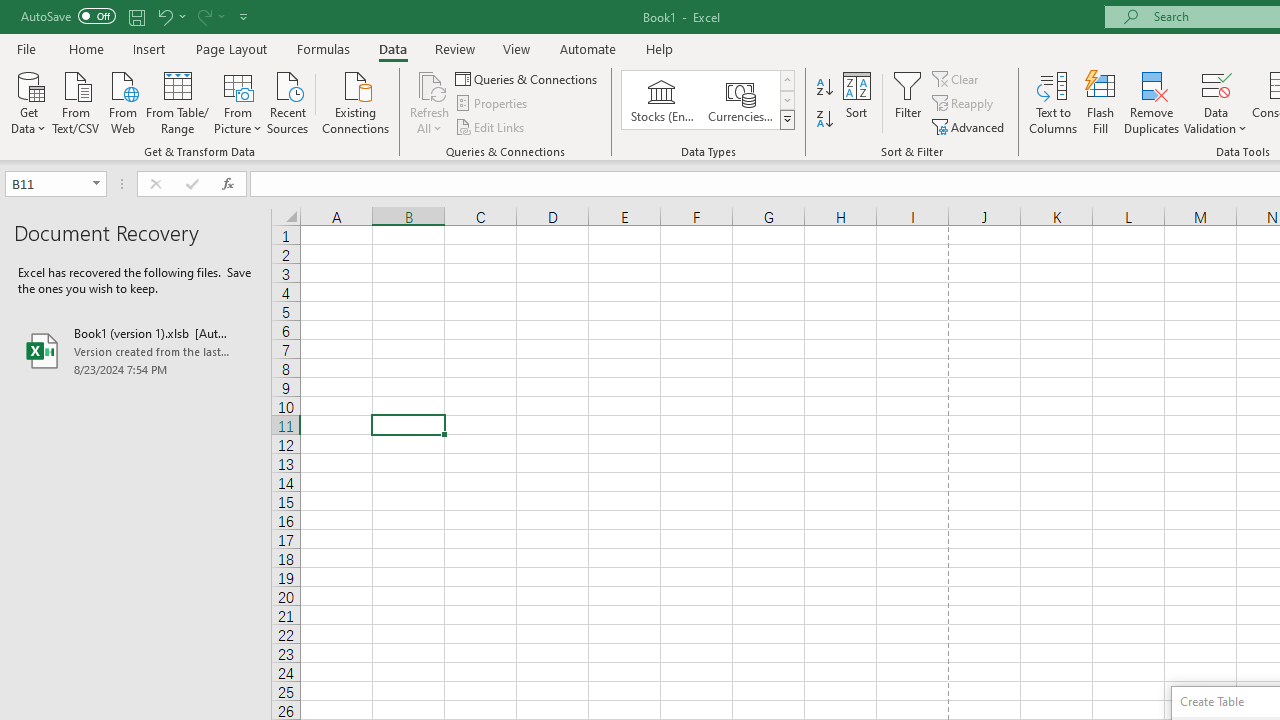 This screenshot has width=1280, height=720. Describe the element at coordinates (786, 119) in the screenshot. I see `'Class: NetUIImage'` at that location.